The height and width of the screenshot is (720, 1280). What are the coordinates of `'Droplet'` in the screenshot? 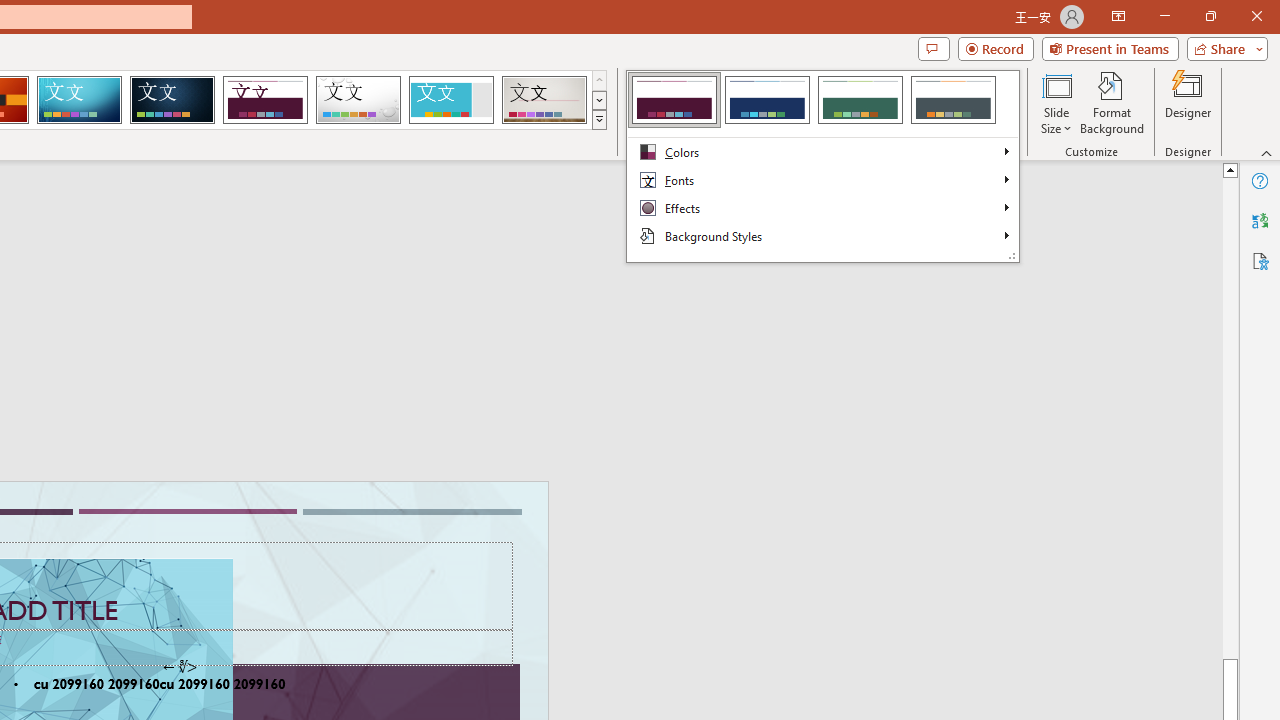 It's located at (358, 100).